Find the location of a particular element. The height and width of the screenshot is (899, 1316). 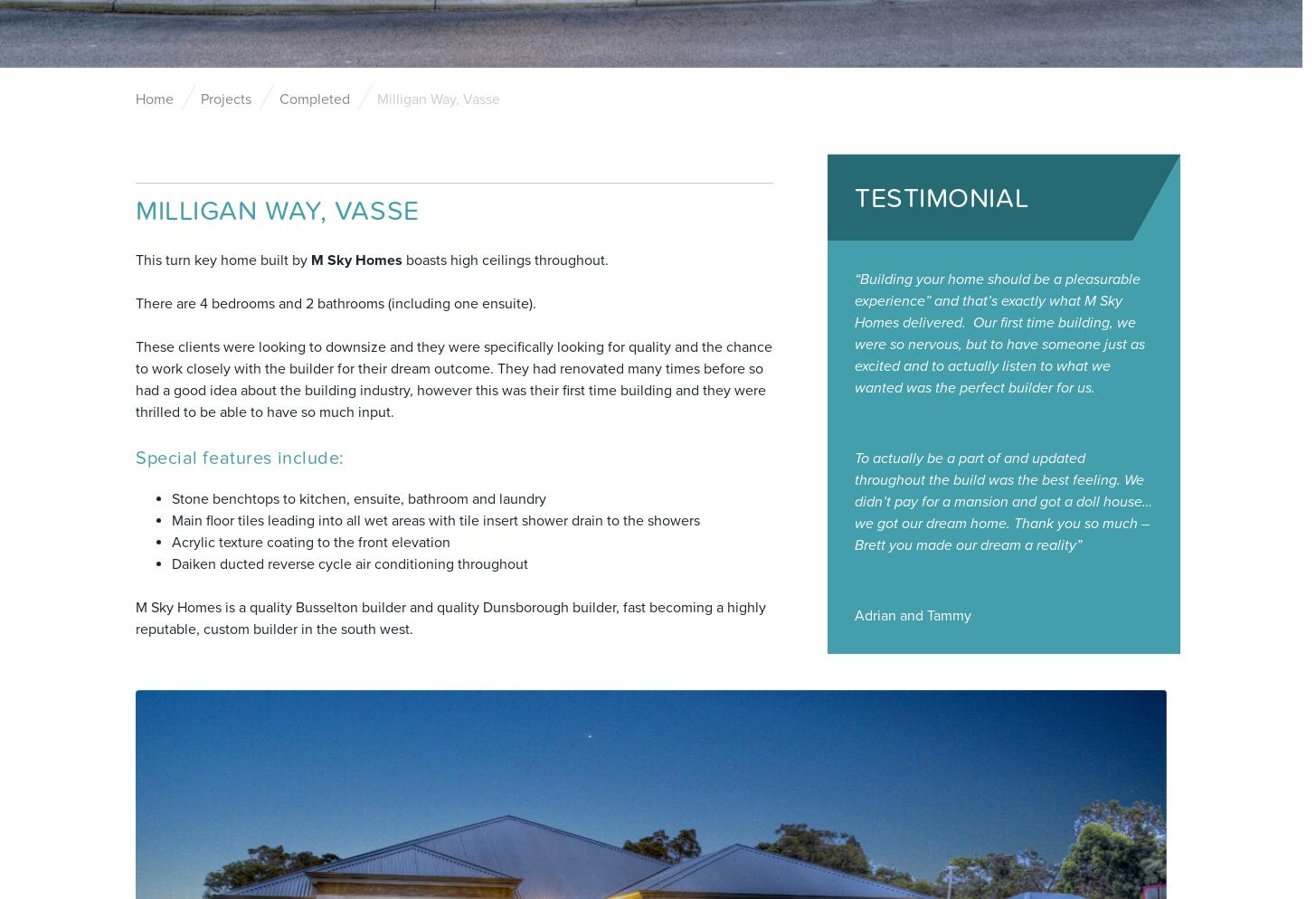

'Daiken ducted reverse cycle air conditioning throughout' is located at coordinates (350, 563).